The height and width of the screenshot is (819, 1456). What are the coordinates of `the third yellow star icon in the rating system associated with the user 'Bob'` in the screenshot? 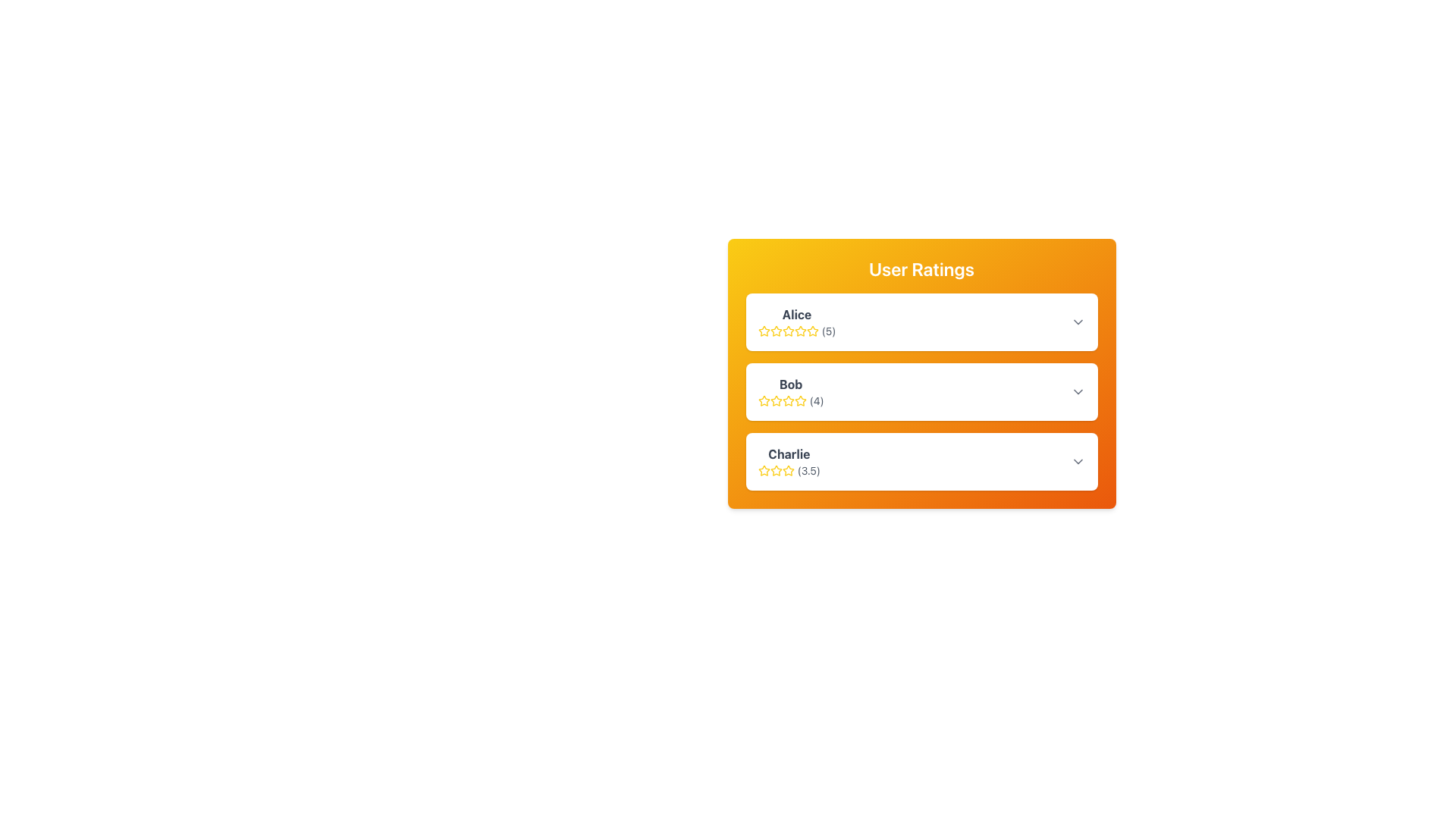 It's located at (776, 400).